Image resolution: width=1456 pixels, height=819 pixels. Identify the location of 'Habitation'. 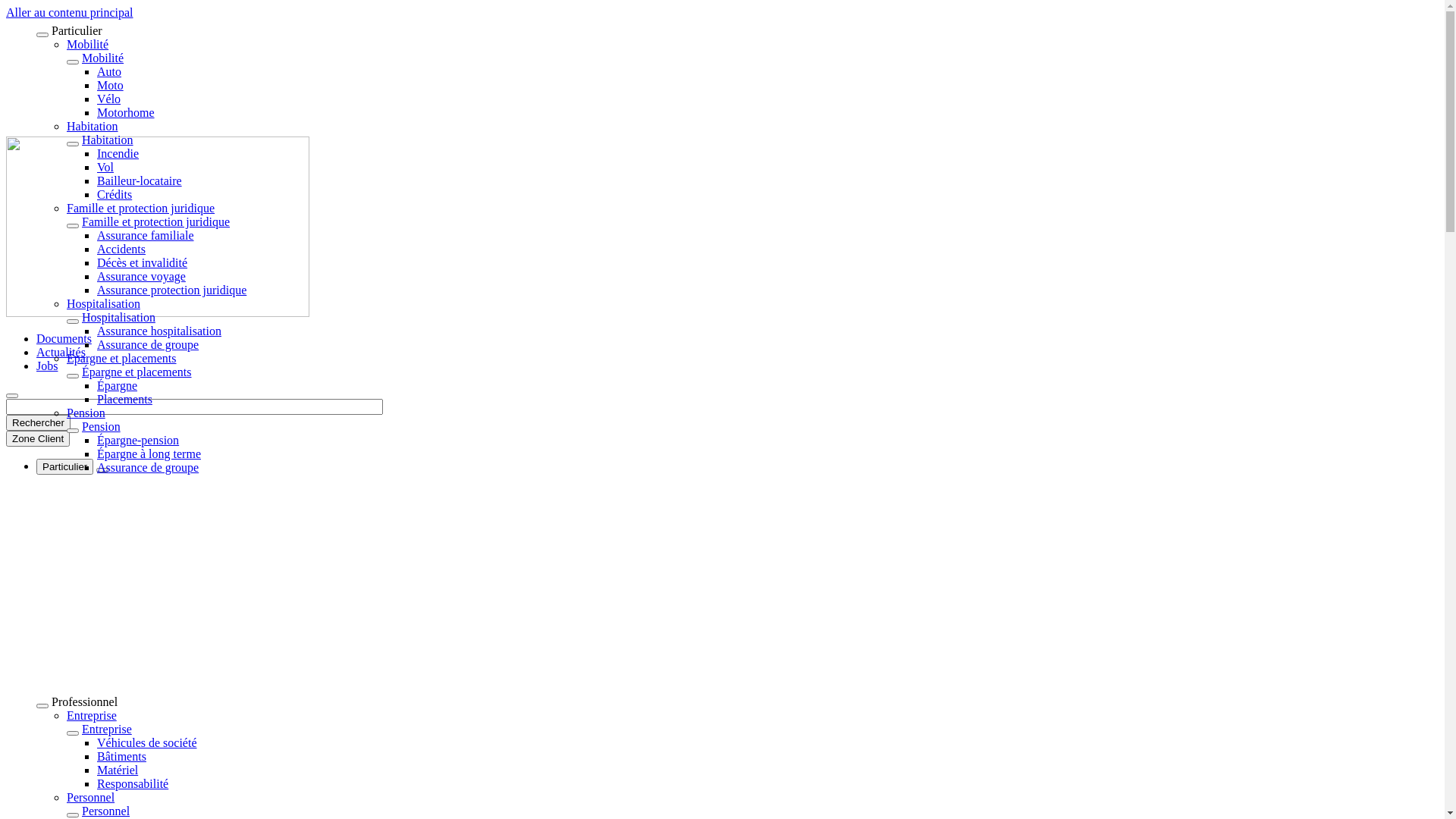
(91, 125).